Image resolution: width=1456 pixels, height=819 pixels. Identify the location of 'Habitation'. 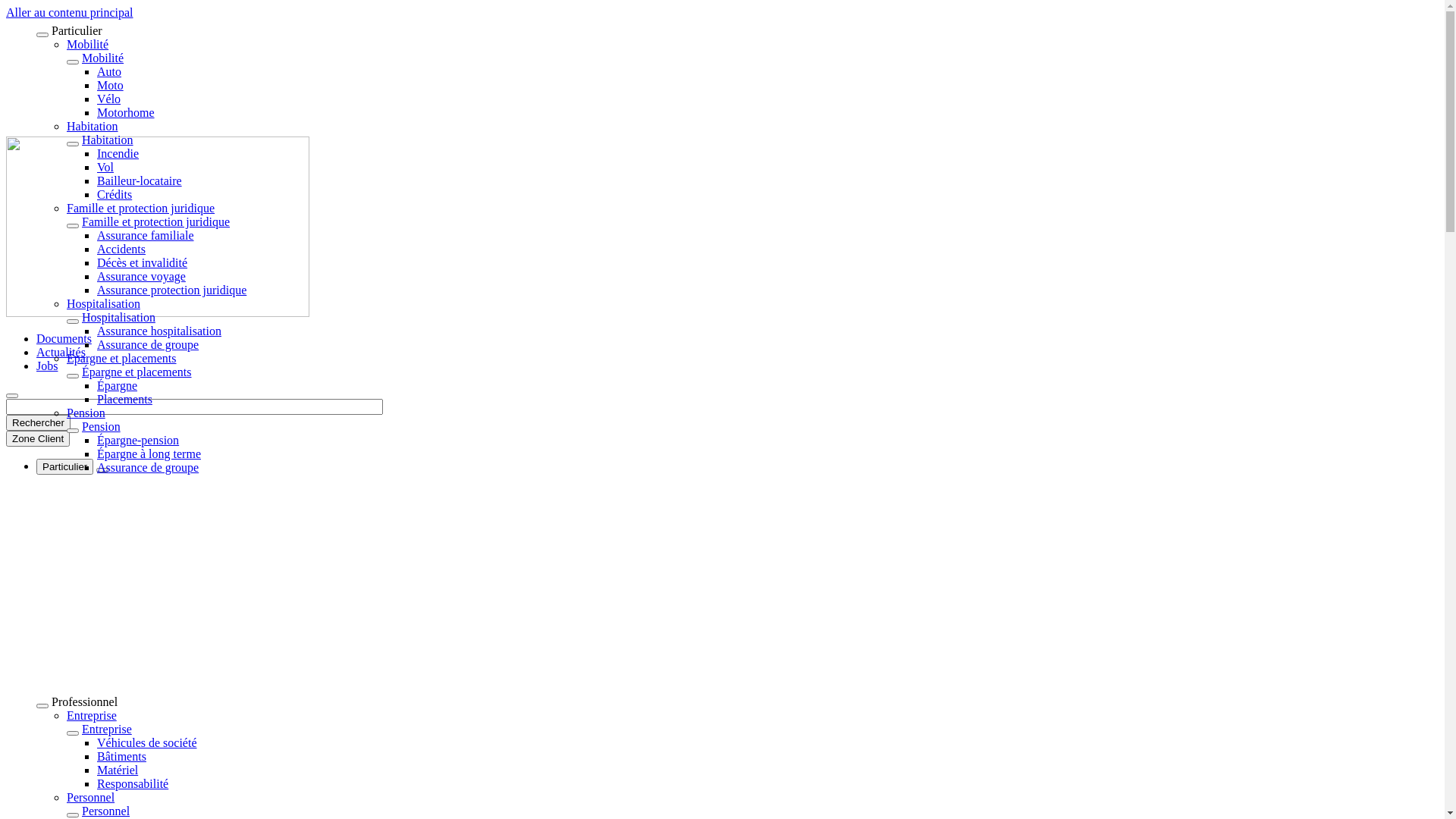
(91, 125).